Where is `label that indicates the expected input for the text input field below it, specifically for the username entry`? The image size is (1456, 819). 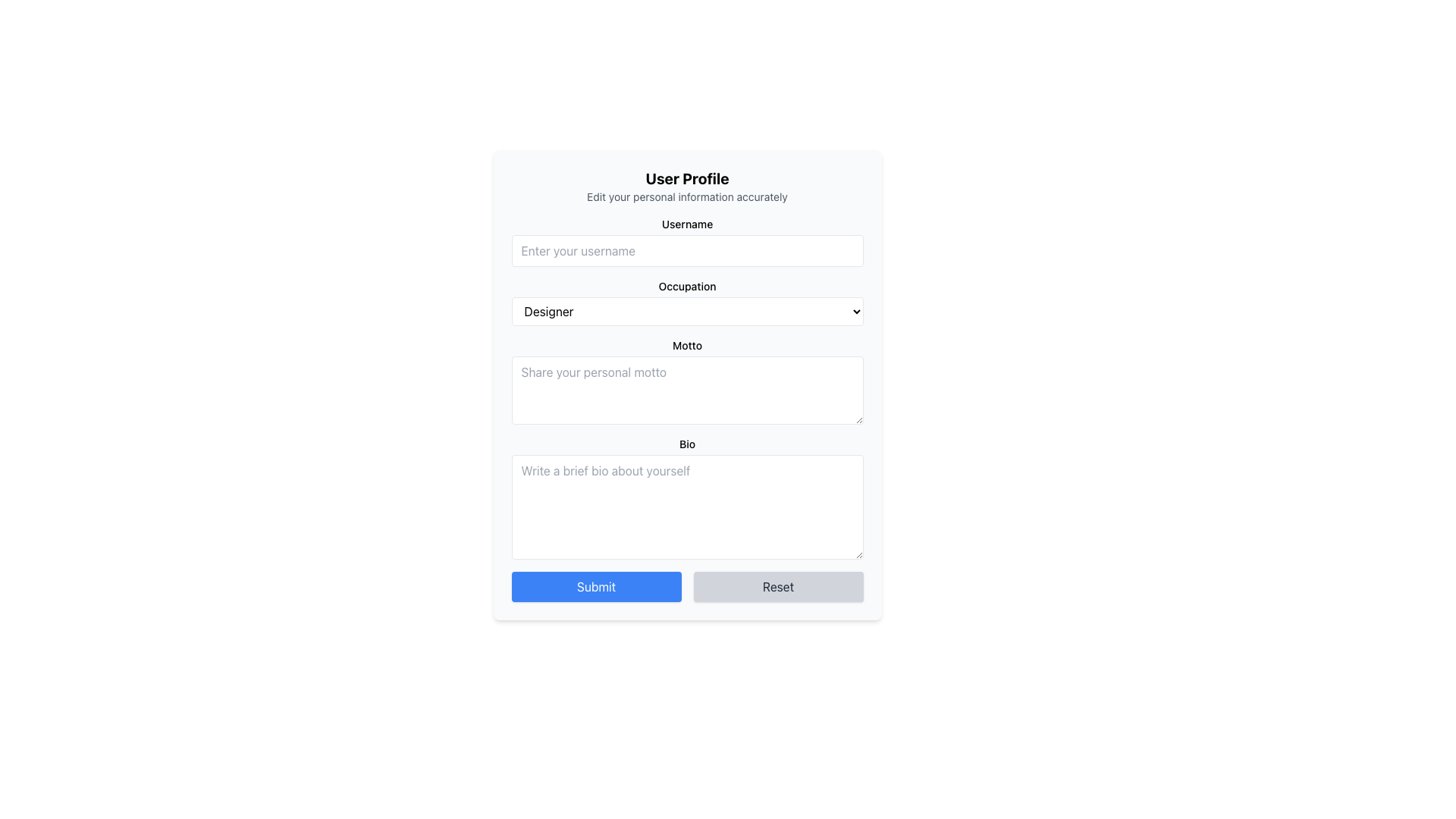 label that indicates the expected input for the text input field below it, specifically for the username entry is located at coordinates (686, 224).